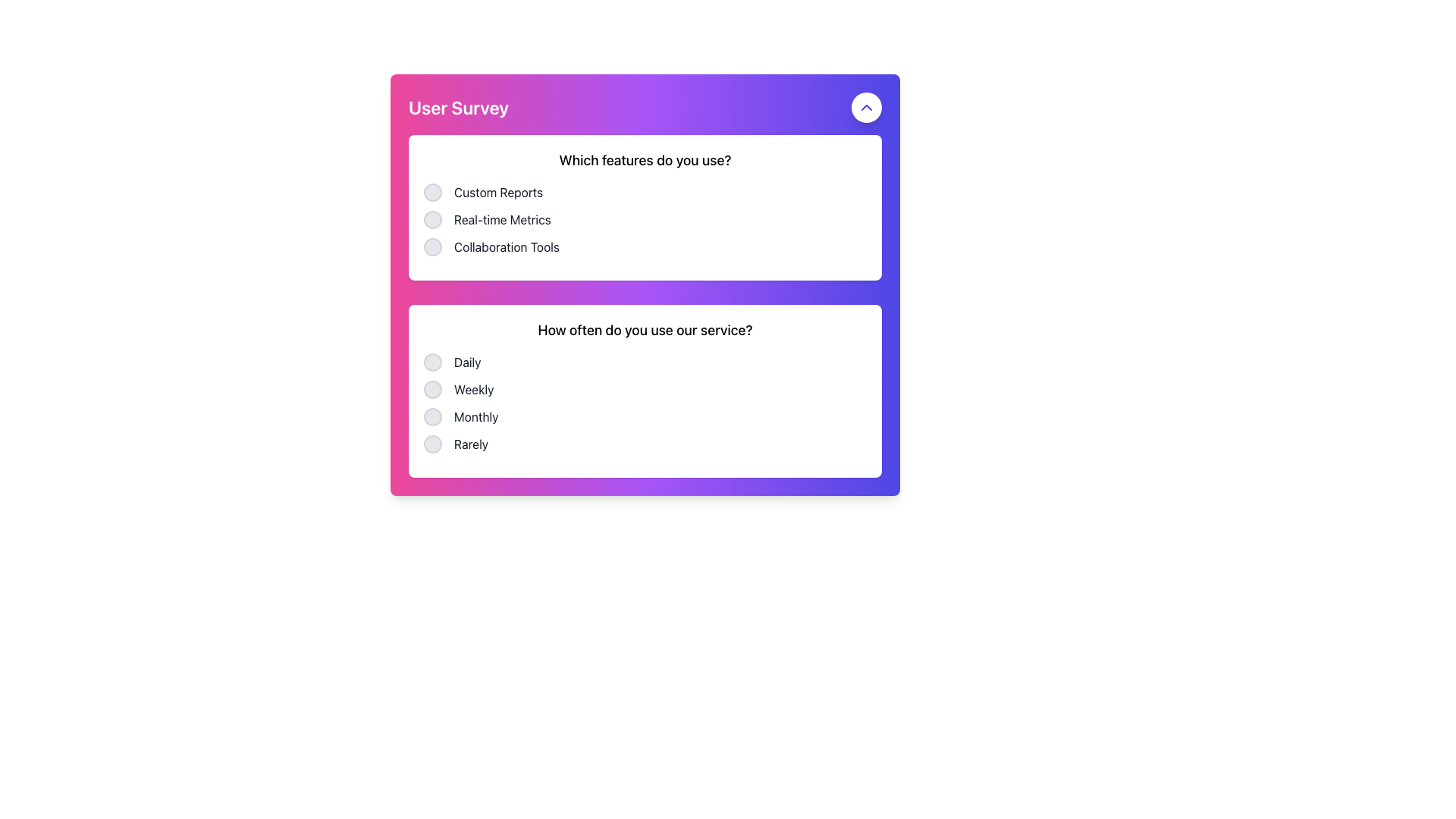 The width and height of the screenshot is (1456, 819). Describe the element at coordinates (432, 417) in the screenshot. I see `the 'Monthly' radio button option in the survey form` at that location.